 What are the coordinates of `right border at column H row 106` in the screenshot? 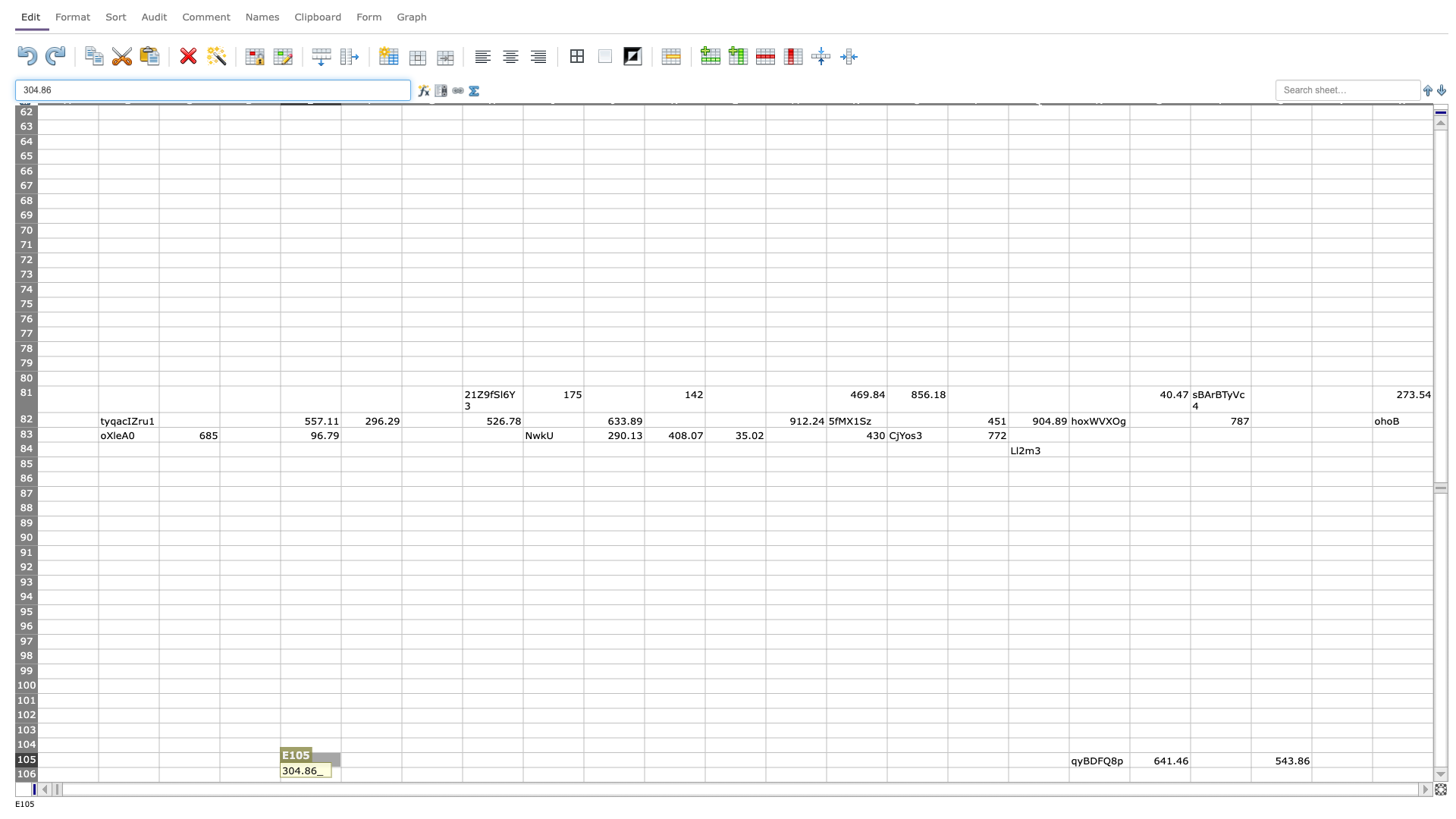 It's located at (523, 774).